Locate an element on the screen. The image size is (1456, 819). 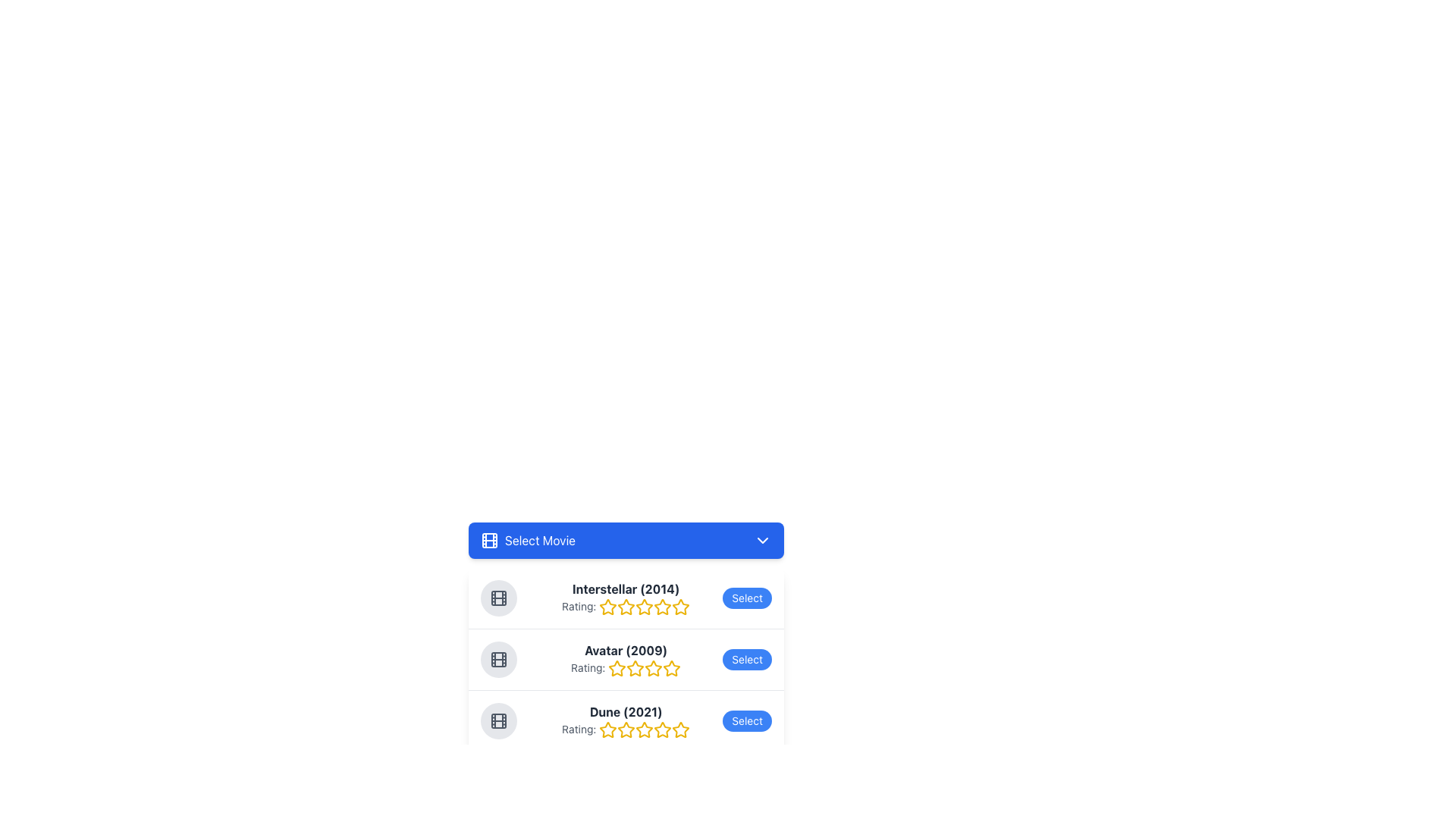
the second yellow star icon in the rating sequence for the movie 'Interstellar (2014)', which is outlined and has a hollow center is located at coordinates (626, 607).